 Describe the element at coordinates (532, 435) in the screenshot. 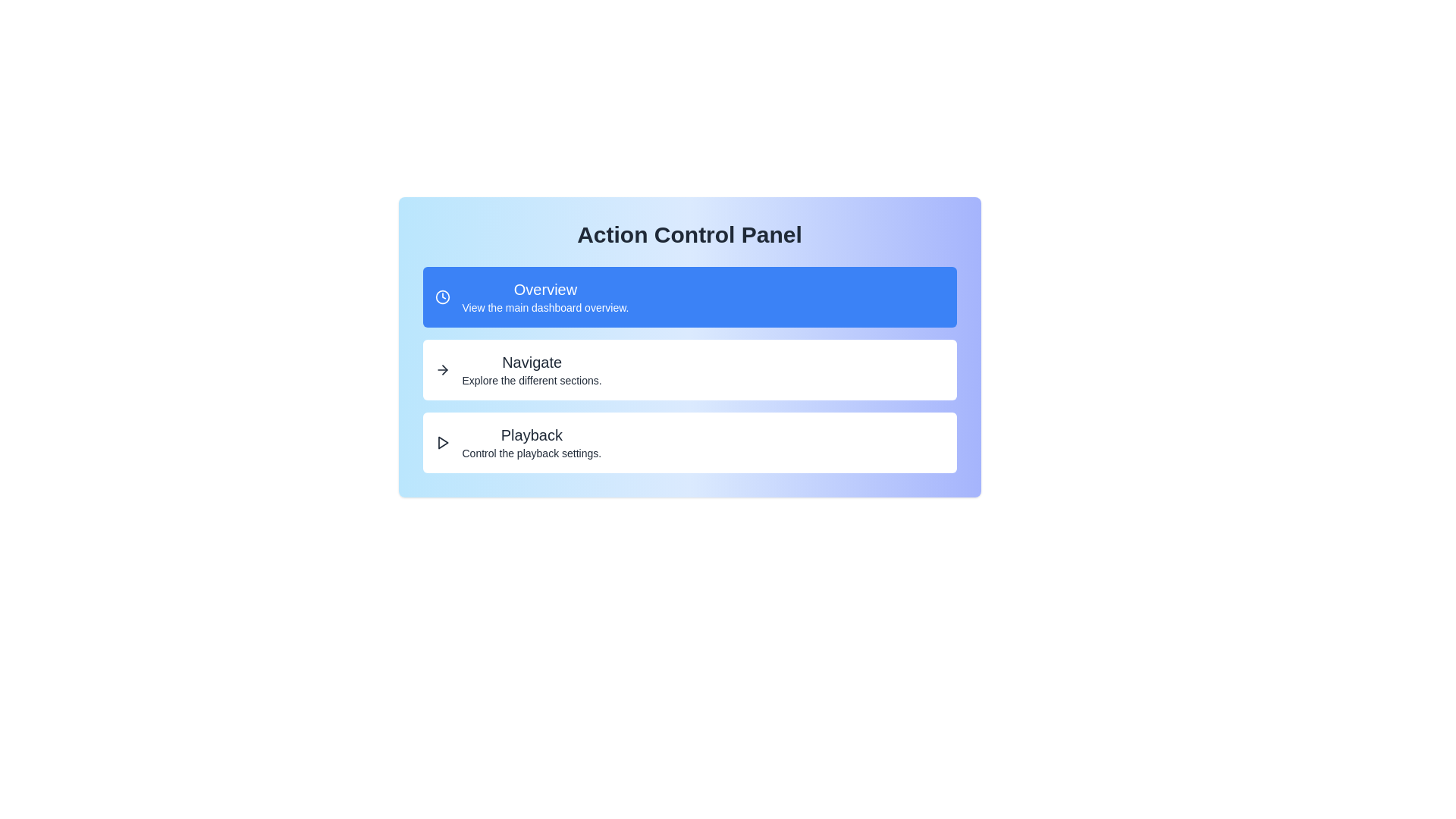

I see `the Text label that serves as a header for playback functionality within the Action Control Panel, located in the top-center of its card` at that location.